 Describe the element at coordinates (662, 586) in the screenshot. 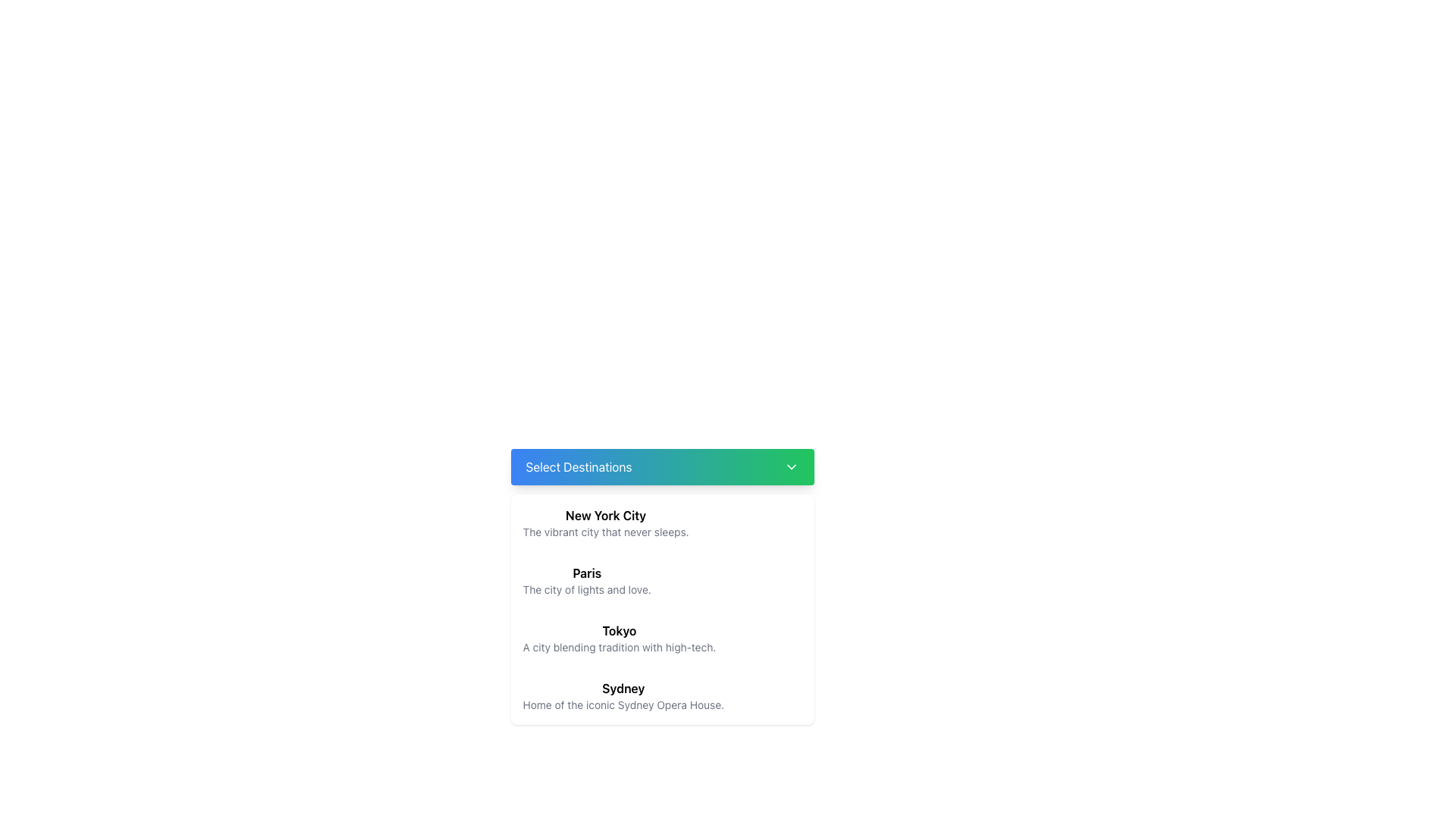

I see `the list item displaying details about 'Paris,' which is the second option in the selectable destinations list, located below 'New York City' and above 'Tokyo.'` at that location.